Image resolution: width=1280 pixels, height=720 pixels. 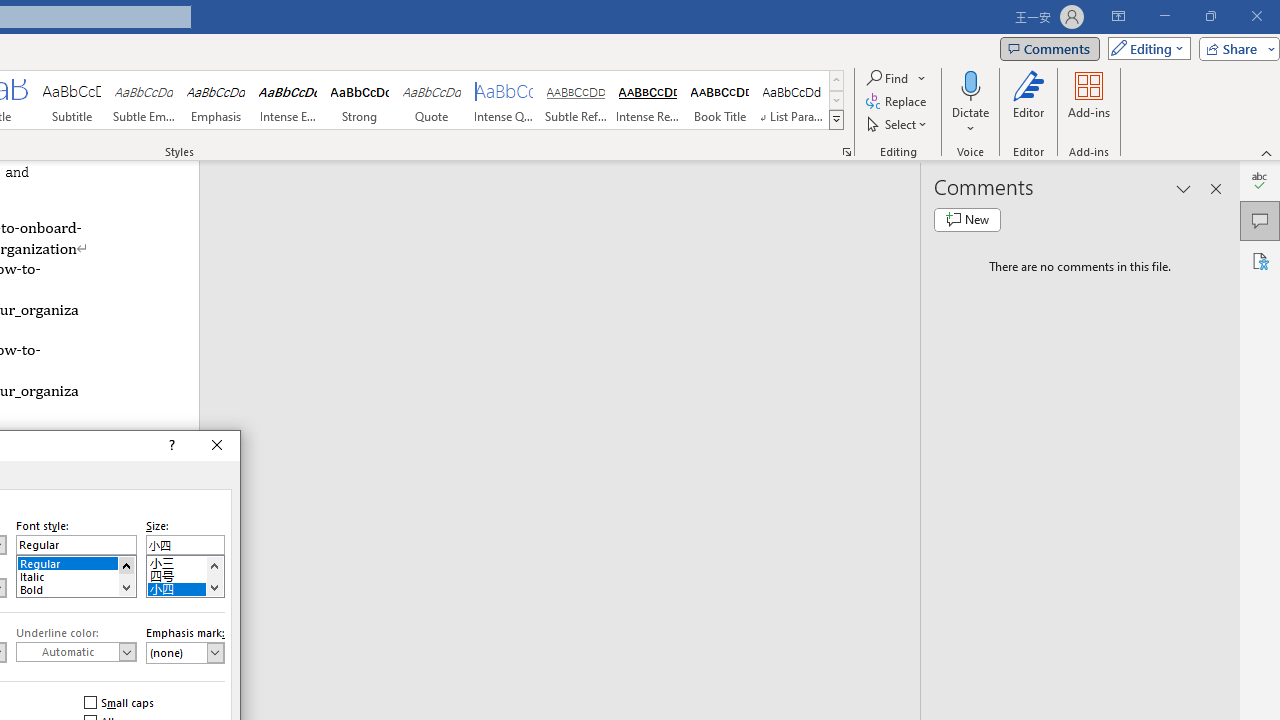 What do you see at coordinates (287, 100) in the screenshot?
I see `'Intense Emphasis'` at bounding box center [287, 100].